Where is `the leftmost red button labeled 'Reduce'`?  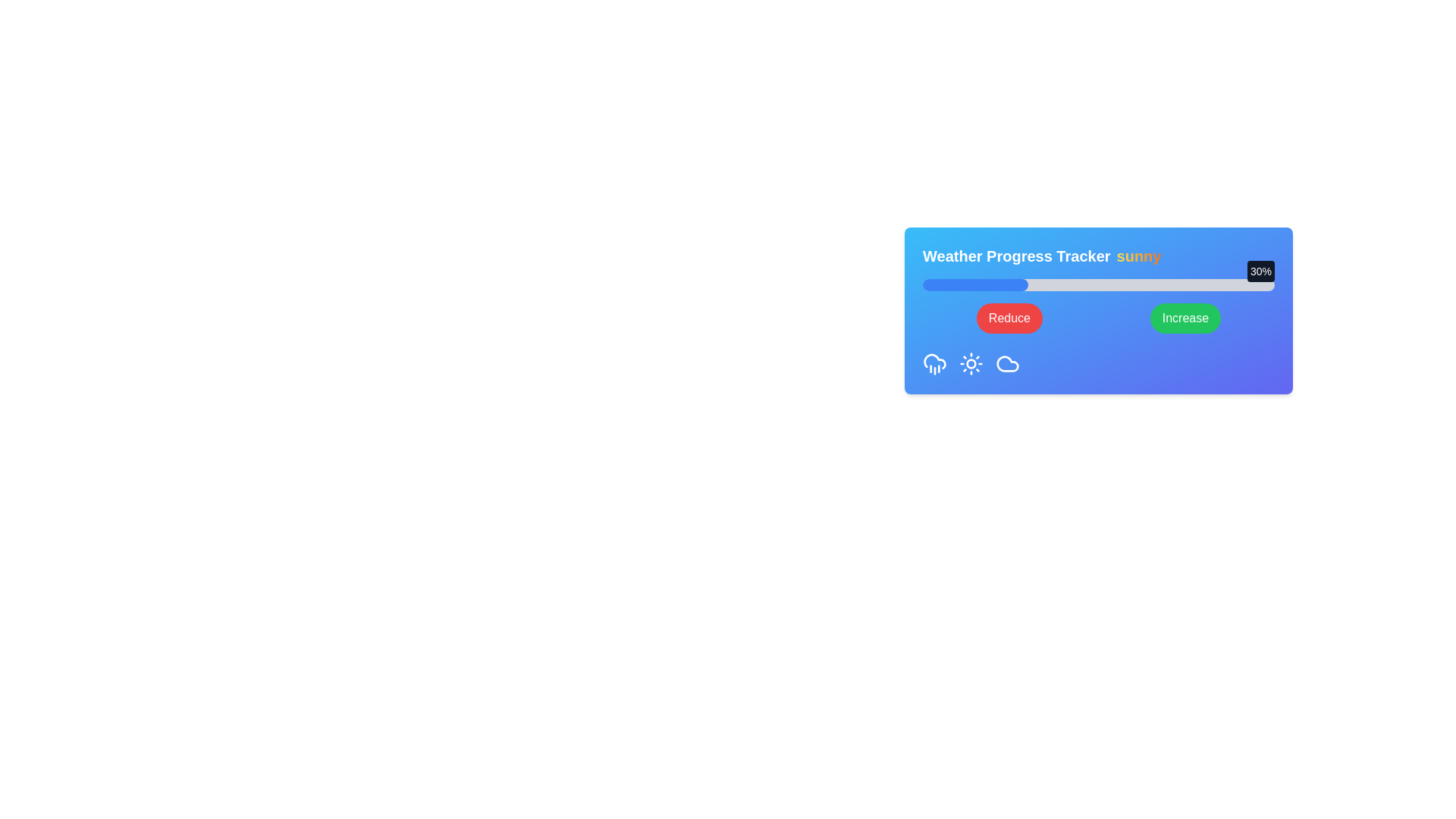
the leftmost red button labeled 'Reduce' is located at coordinates (1009, 318).